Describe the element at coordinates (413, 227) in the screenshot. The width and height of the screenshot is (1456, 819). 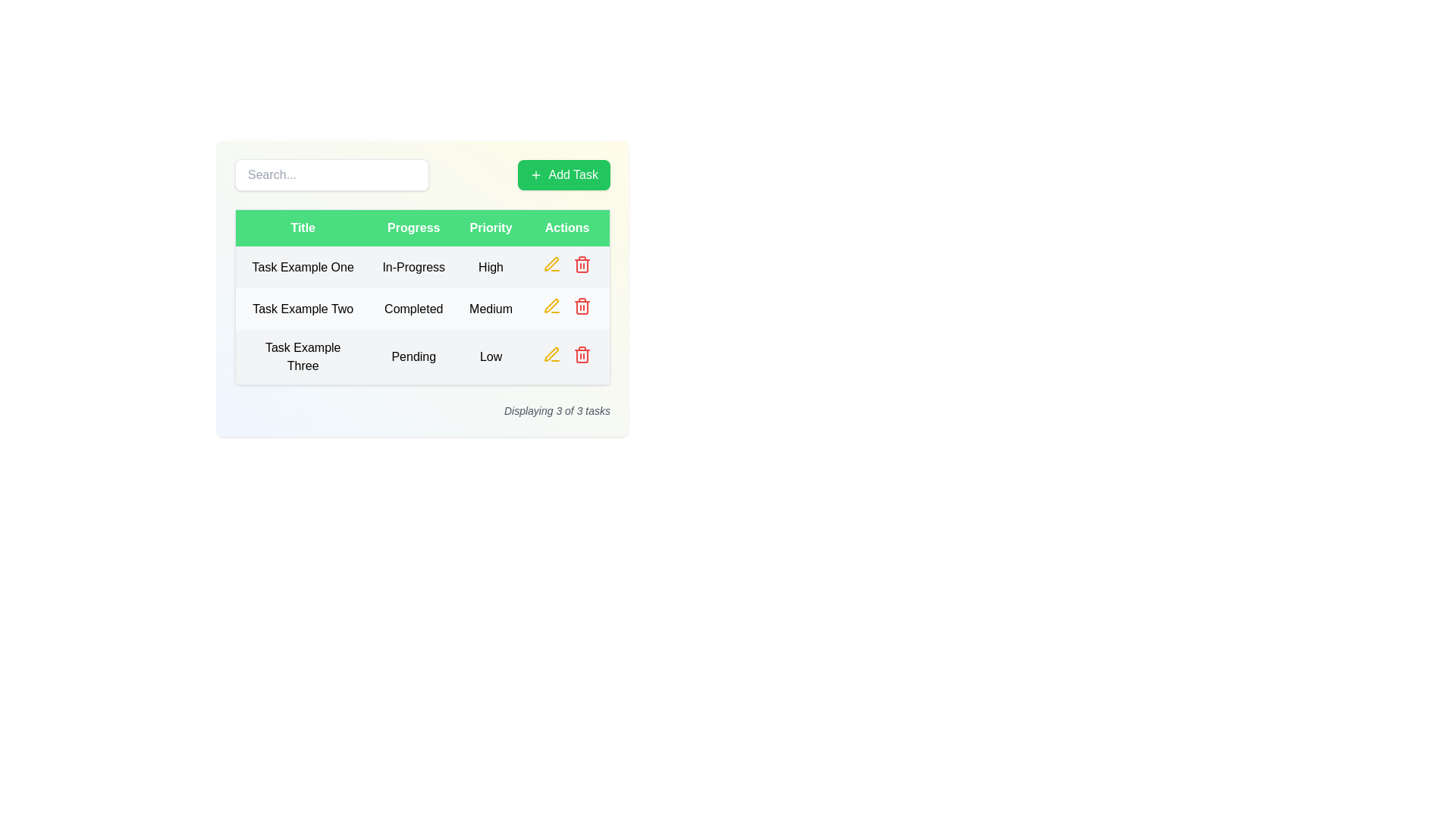
I see `the Table Header Cell labeled 'Progress', which has a green background and white text, positioned second among four sections near the top of the interface` at that location.